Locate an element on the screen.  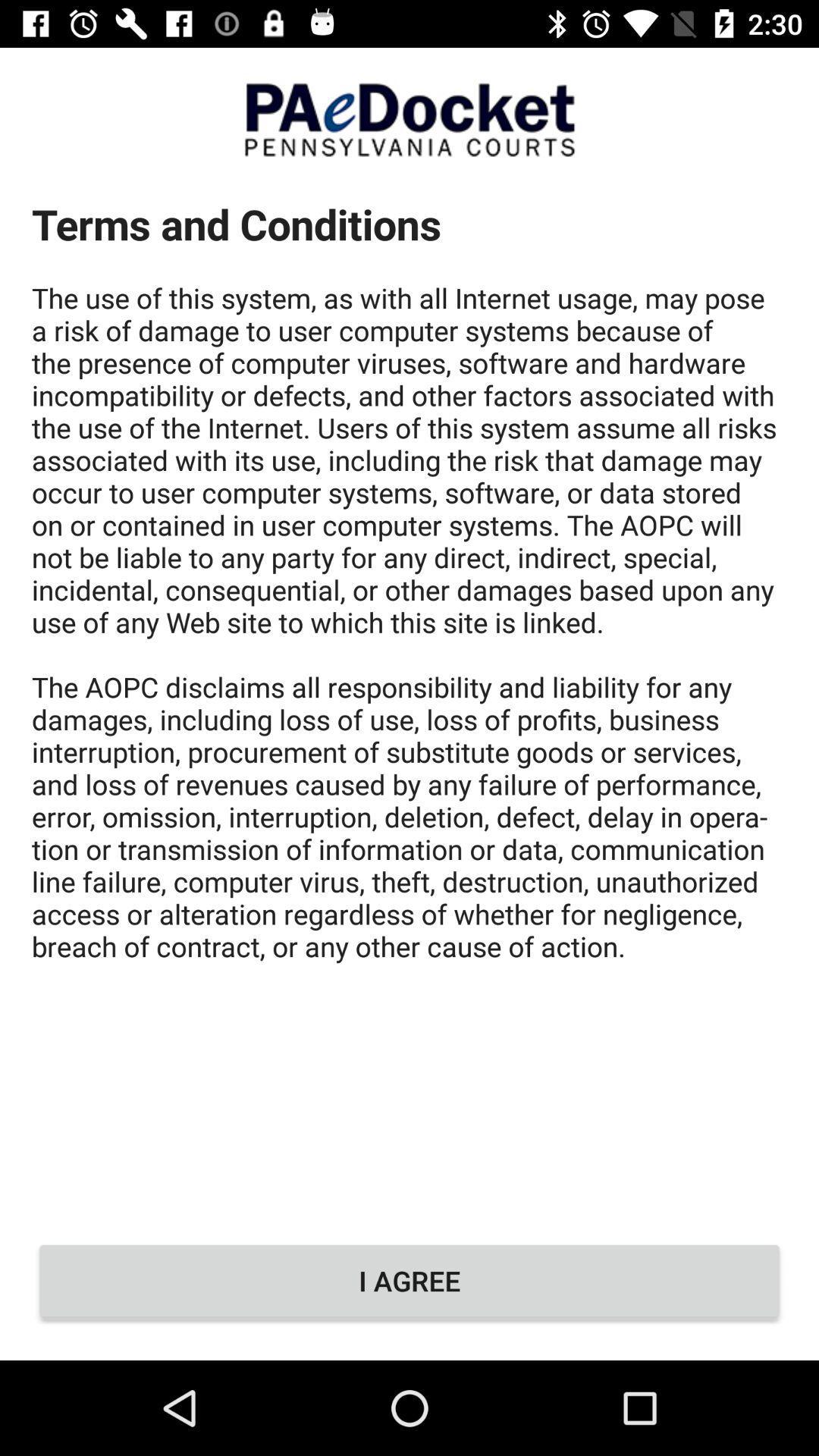
the i agree is located at coordinates (409, 1280).